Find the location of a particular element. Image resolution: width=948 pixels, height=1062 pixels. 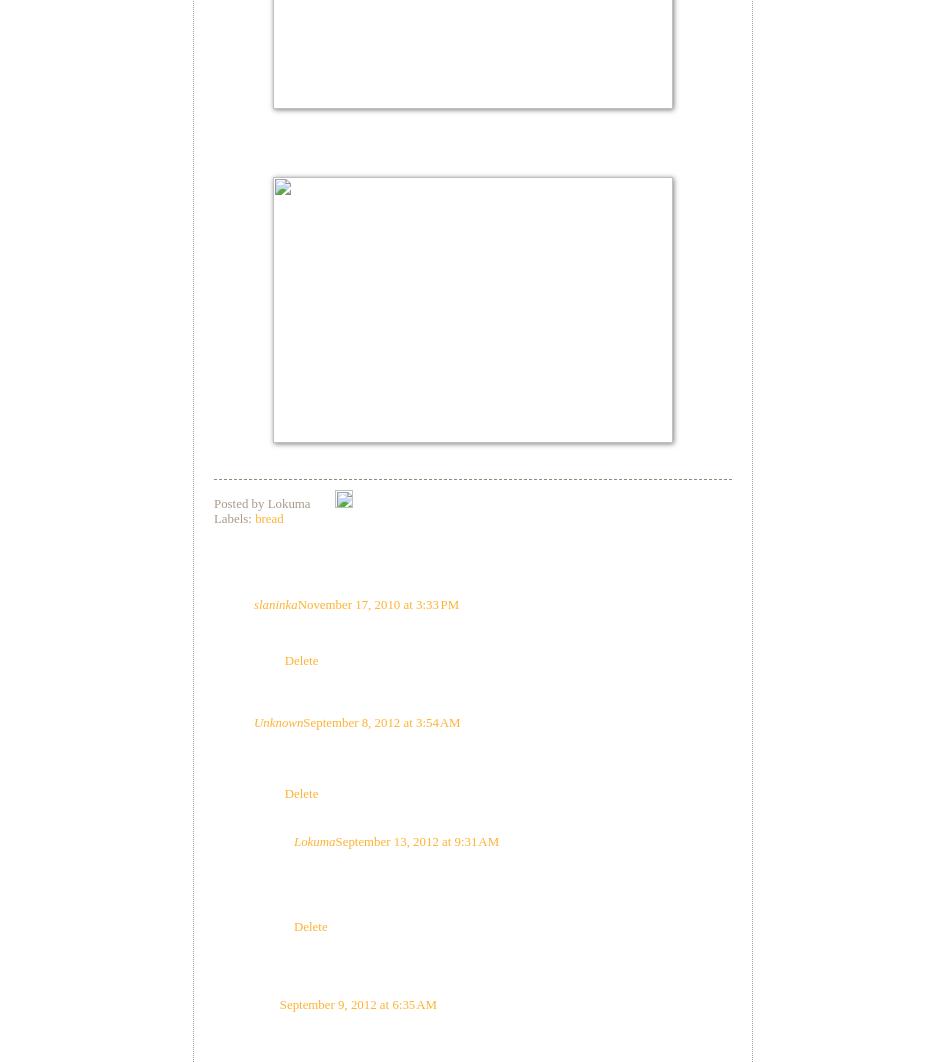

'Stuart - I was wondering that too. But 500g is a lot of yoghurt, and there's no water in the recipe. It might work with soy milk, or soy curd, made with a veg. gelatine.' is located at coordinates (483, 1038).